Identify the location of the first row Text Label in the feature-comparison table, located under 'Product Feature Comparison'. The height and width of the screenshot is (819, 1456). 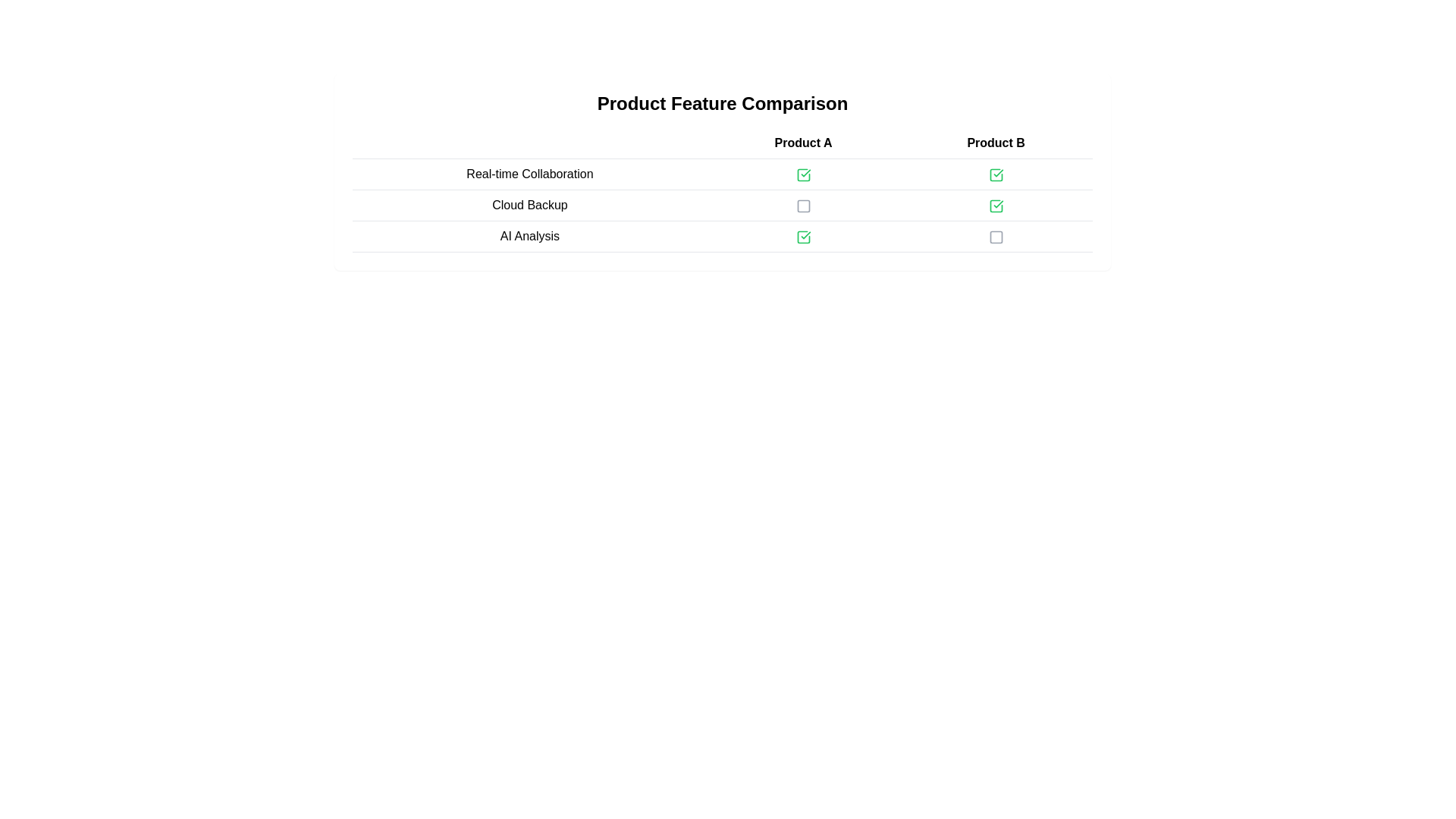
(529, 174).